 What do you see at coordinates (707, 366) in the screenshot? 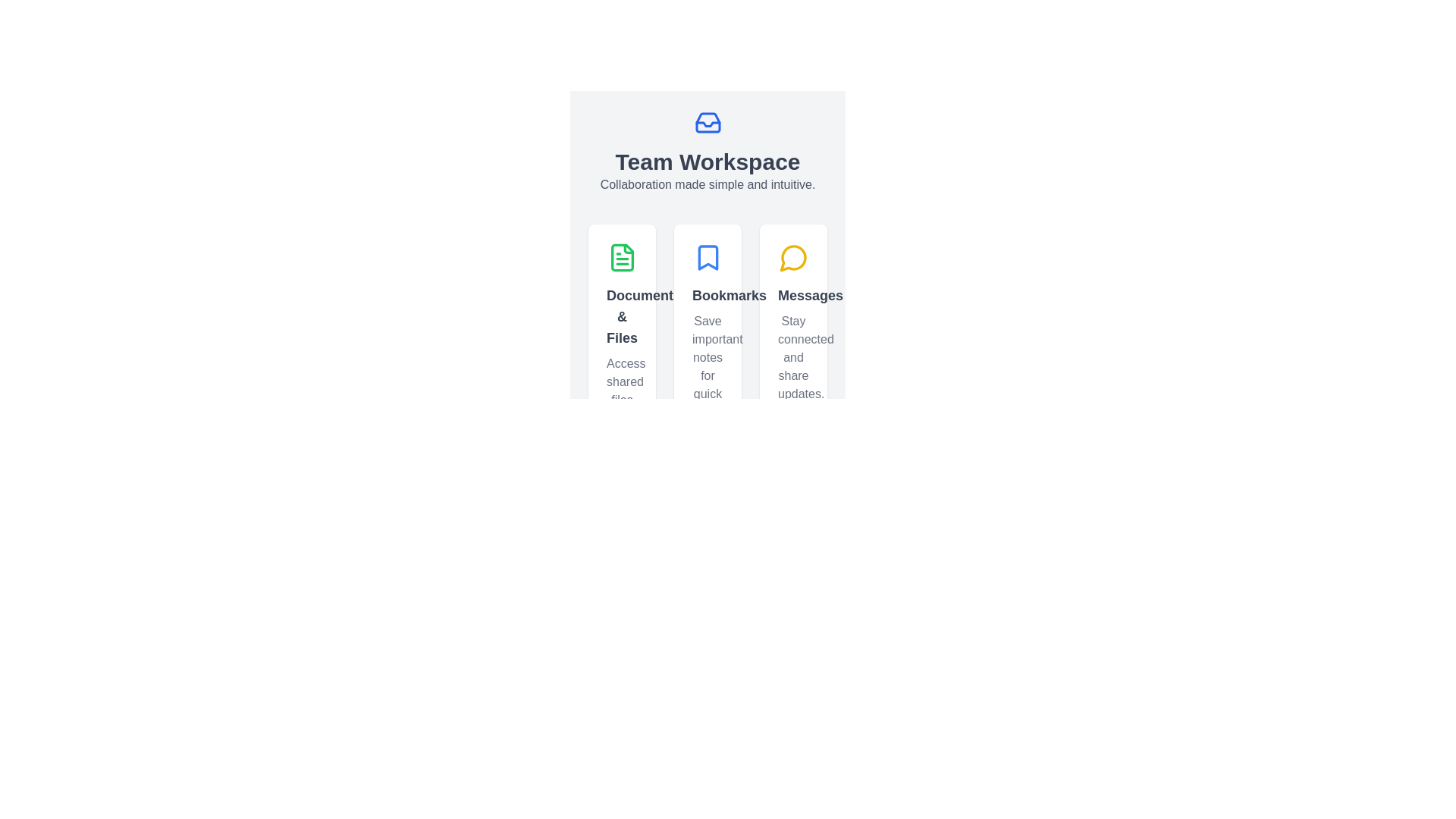
I see `the static text label that says 'Save important notes for quick access.' located beneath the 'Bookmarks' title in the 'Bookmarks' panel` at bounding box center [707, 366].